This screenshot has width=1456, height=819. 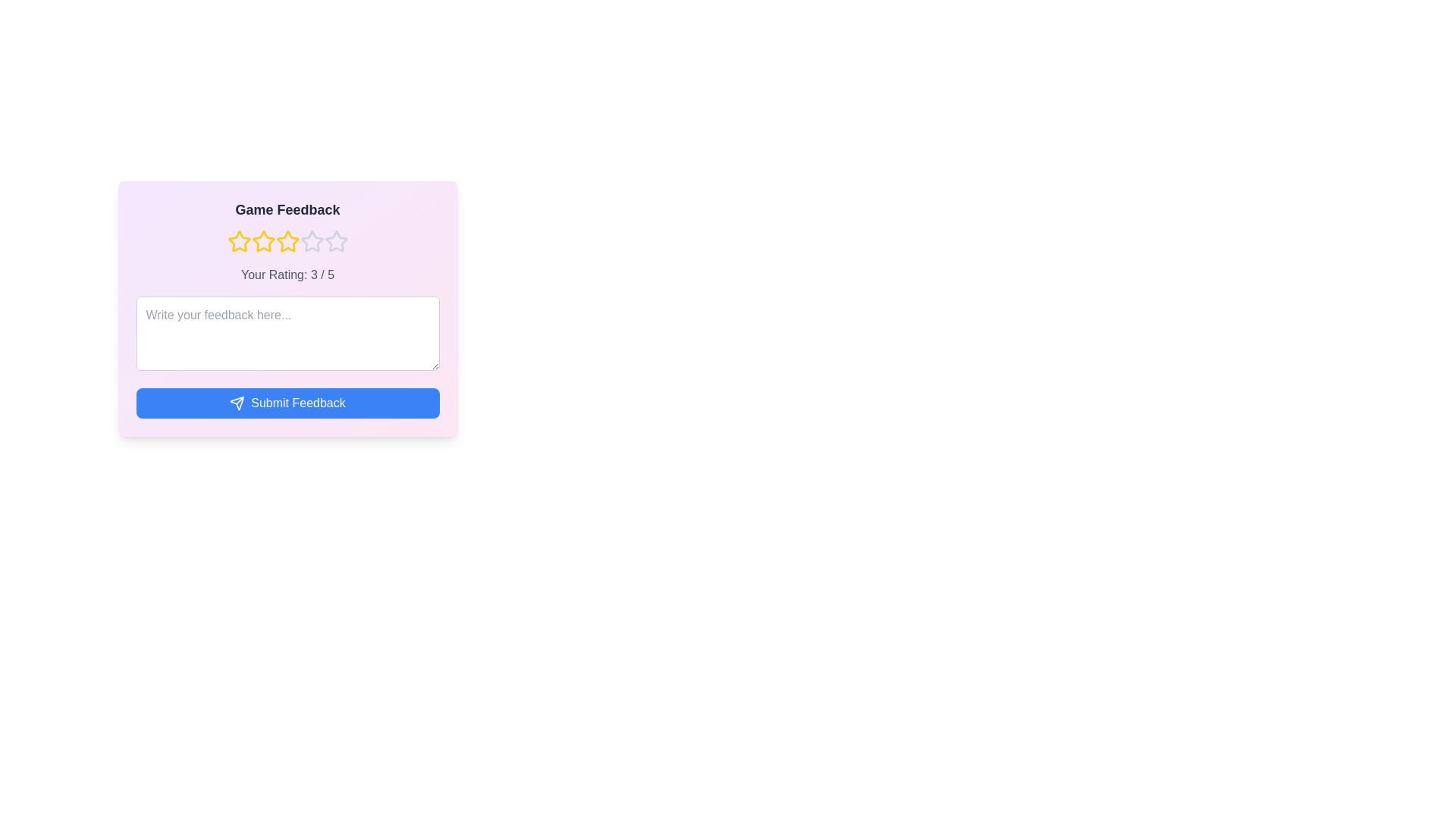 What do you see at coordinates (287, 241) in the screenshot?
I see `the rating to 3 stars by clicking on the corresponding star` at bounding box center [287, 241].